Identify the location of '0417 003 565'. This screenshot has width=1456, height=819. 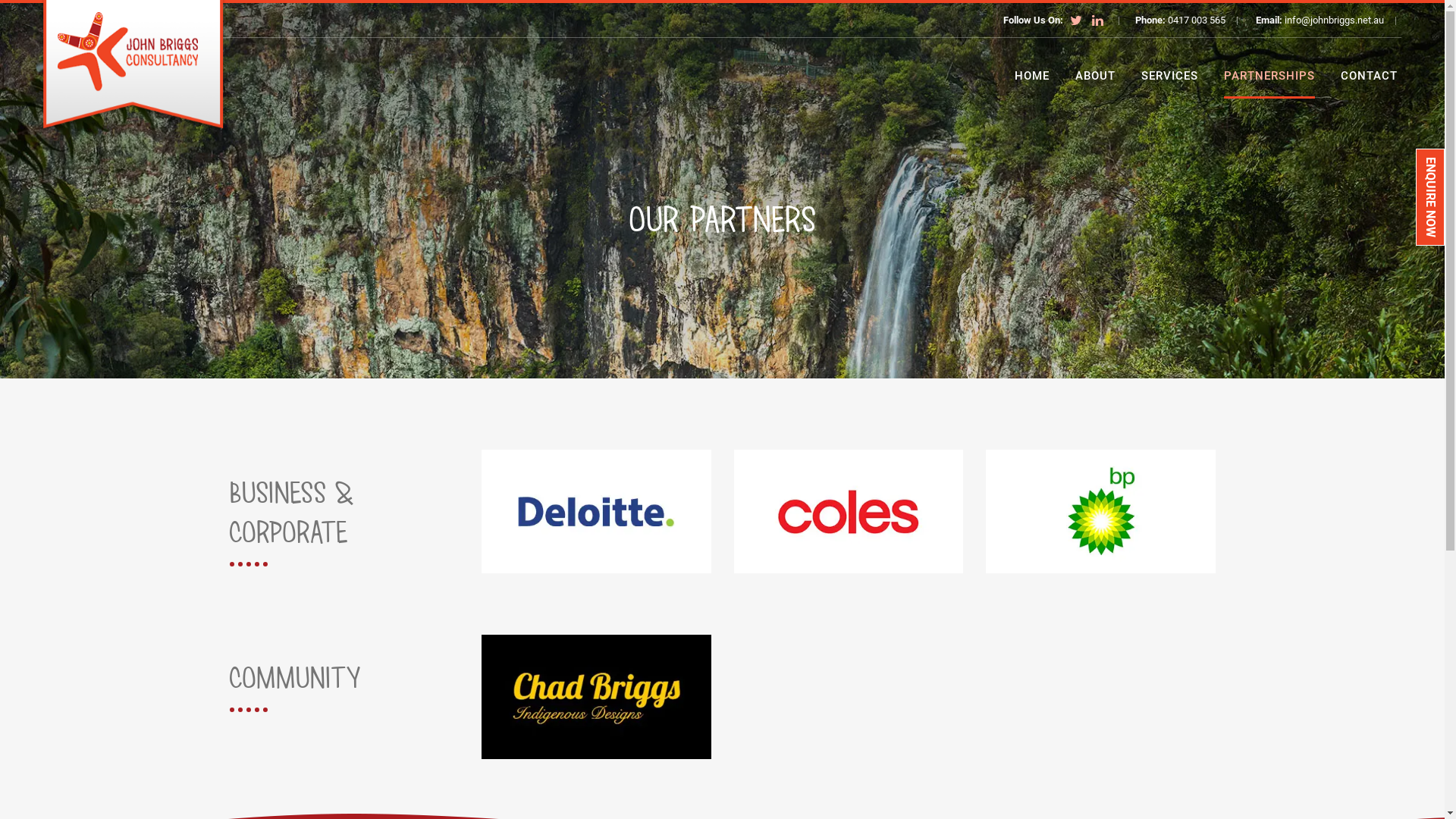
(1167, 20).